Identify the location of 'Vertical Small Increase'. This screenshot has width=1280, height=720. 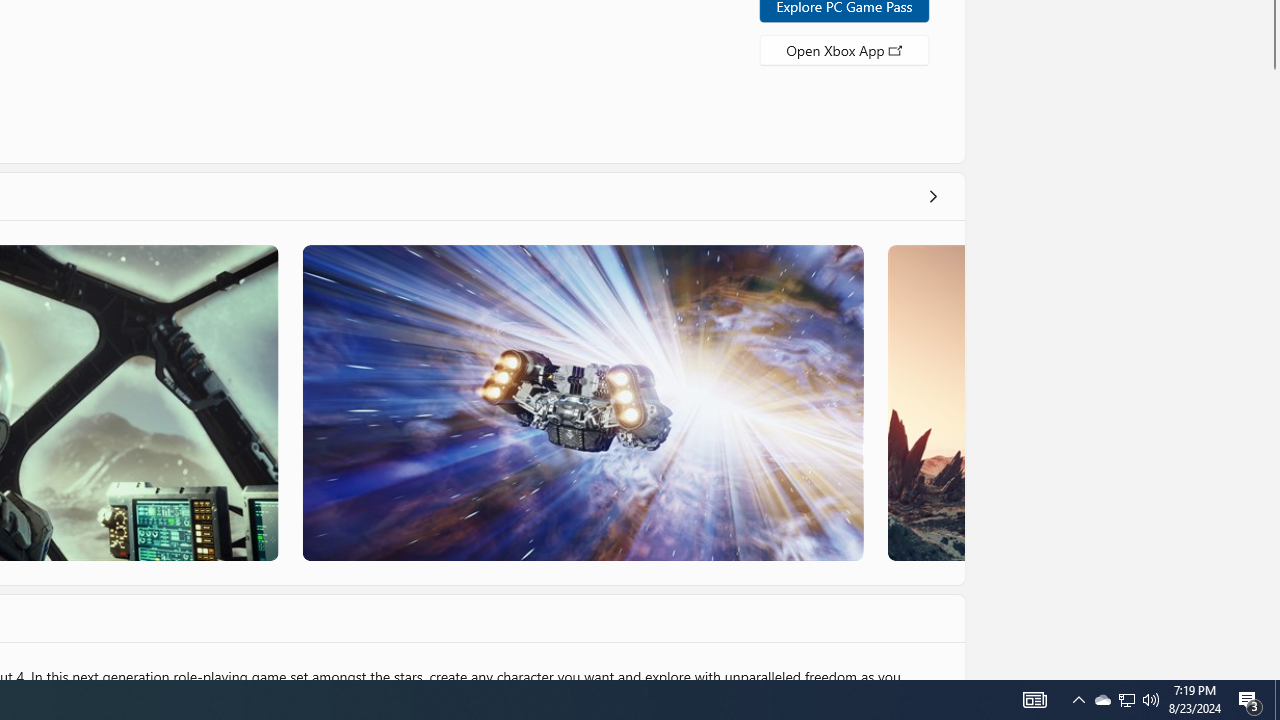
(1271, 672).